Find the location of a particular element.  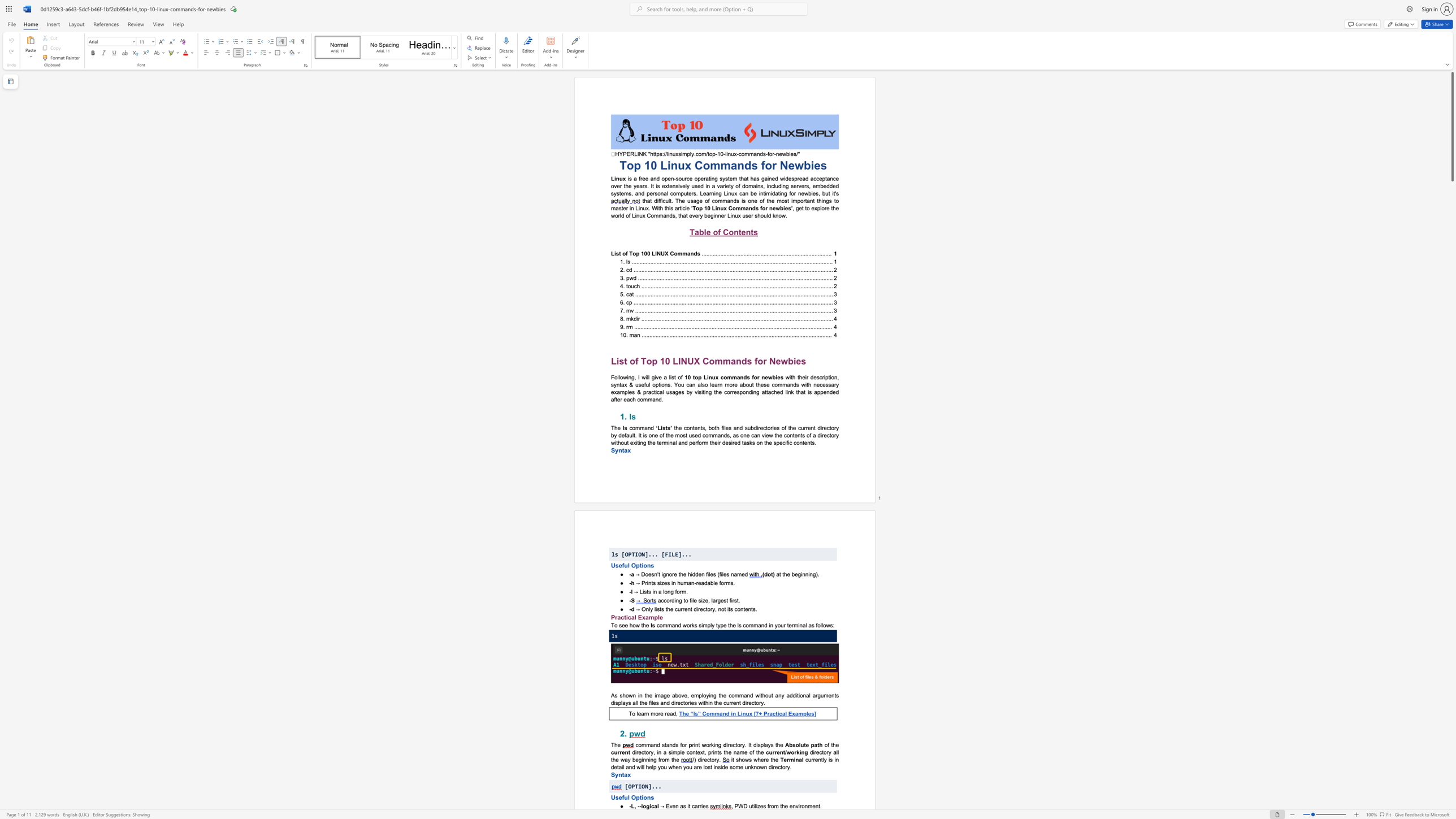

the 1th character "e" in the text is located at coordinates (773, 208).